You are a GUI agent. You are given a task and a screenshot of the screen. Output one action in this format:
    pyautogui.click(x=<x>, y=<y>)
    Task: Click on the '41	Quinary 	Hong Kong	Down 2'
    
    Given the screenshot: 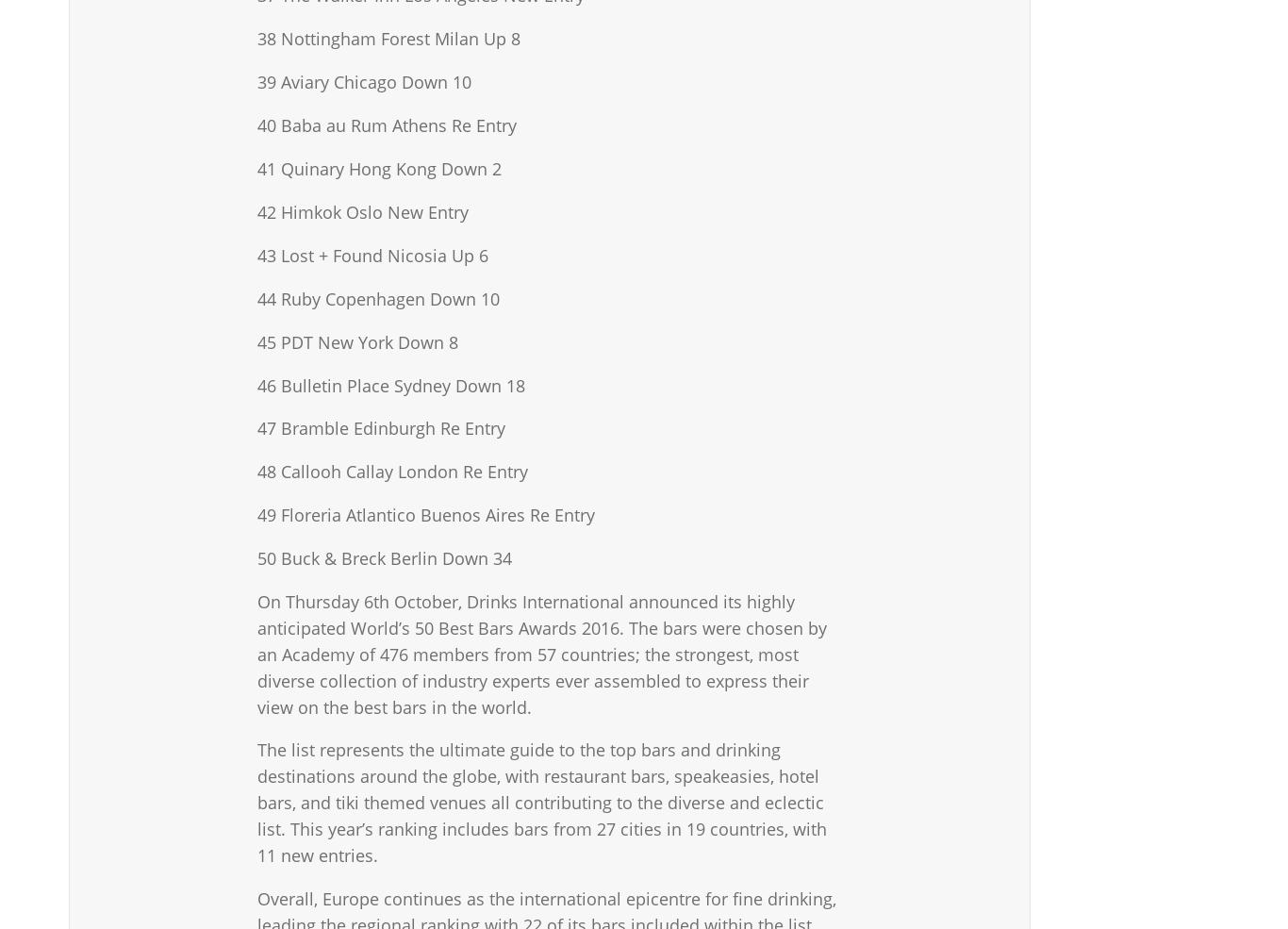 What is the action you would take?
    pyautogui.click(x=378, y=168)
    